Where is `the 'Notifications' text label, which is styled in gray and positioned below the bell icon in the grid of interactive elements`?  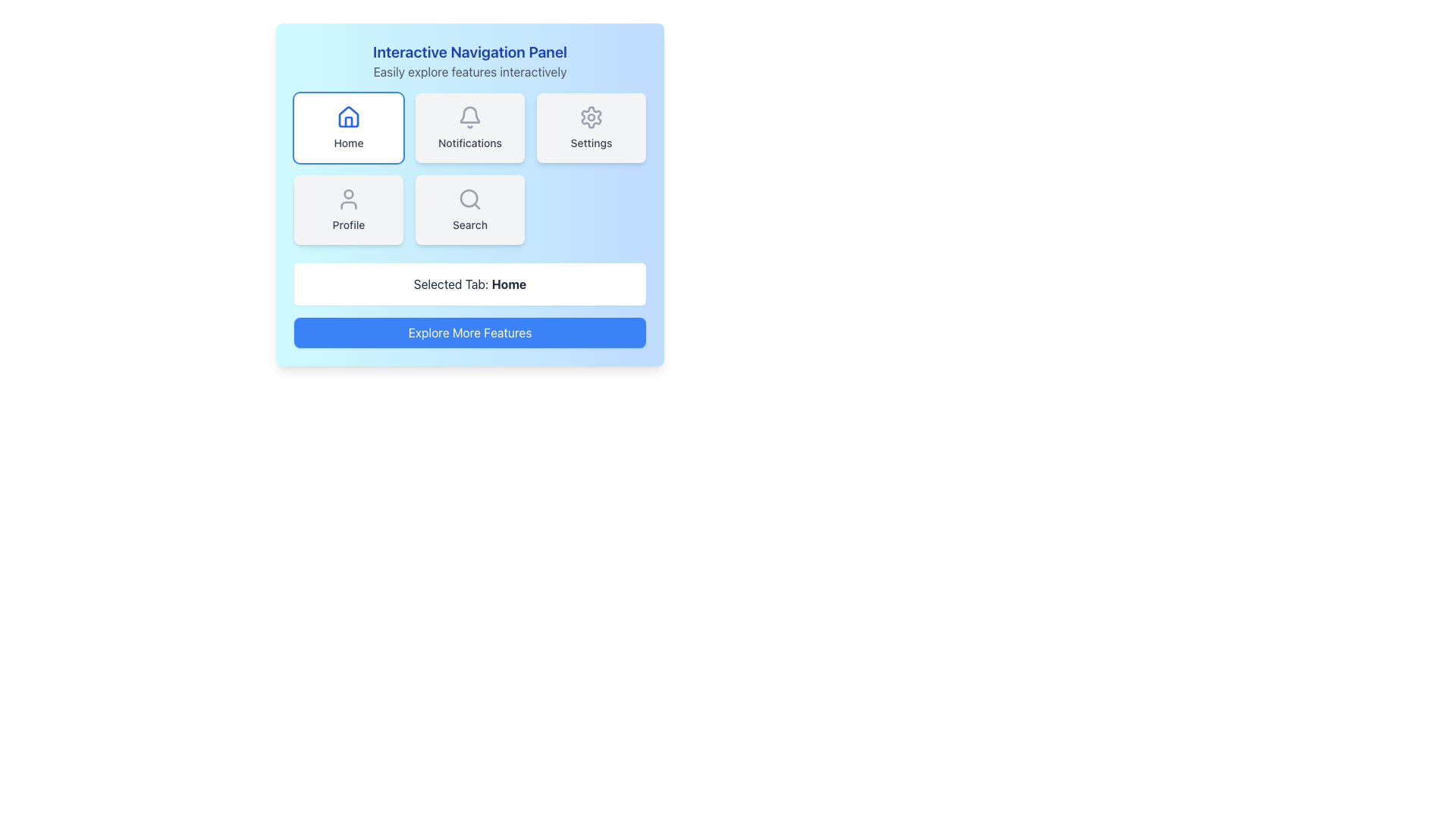
the 'Notifications' text label, which is styled in gray and positioned below the bell icon in the grid of interactive elements is located at coordinates (469, 143).